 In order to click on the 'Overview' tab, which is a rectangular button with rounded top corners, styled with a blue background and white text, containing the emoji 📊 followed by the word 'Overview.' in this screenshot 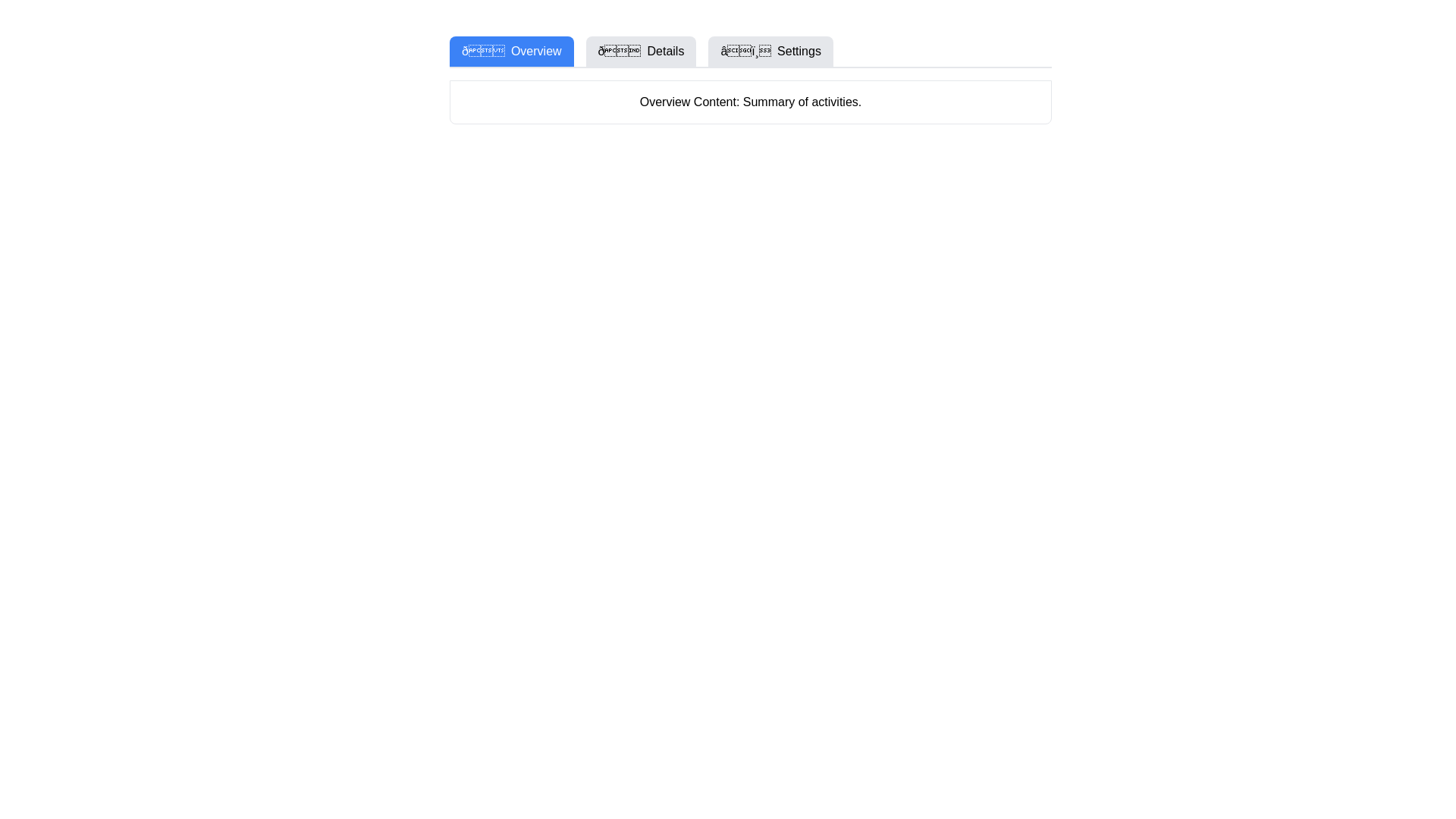, I will do `click(511, 51)`.